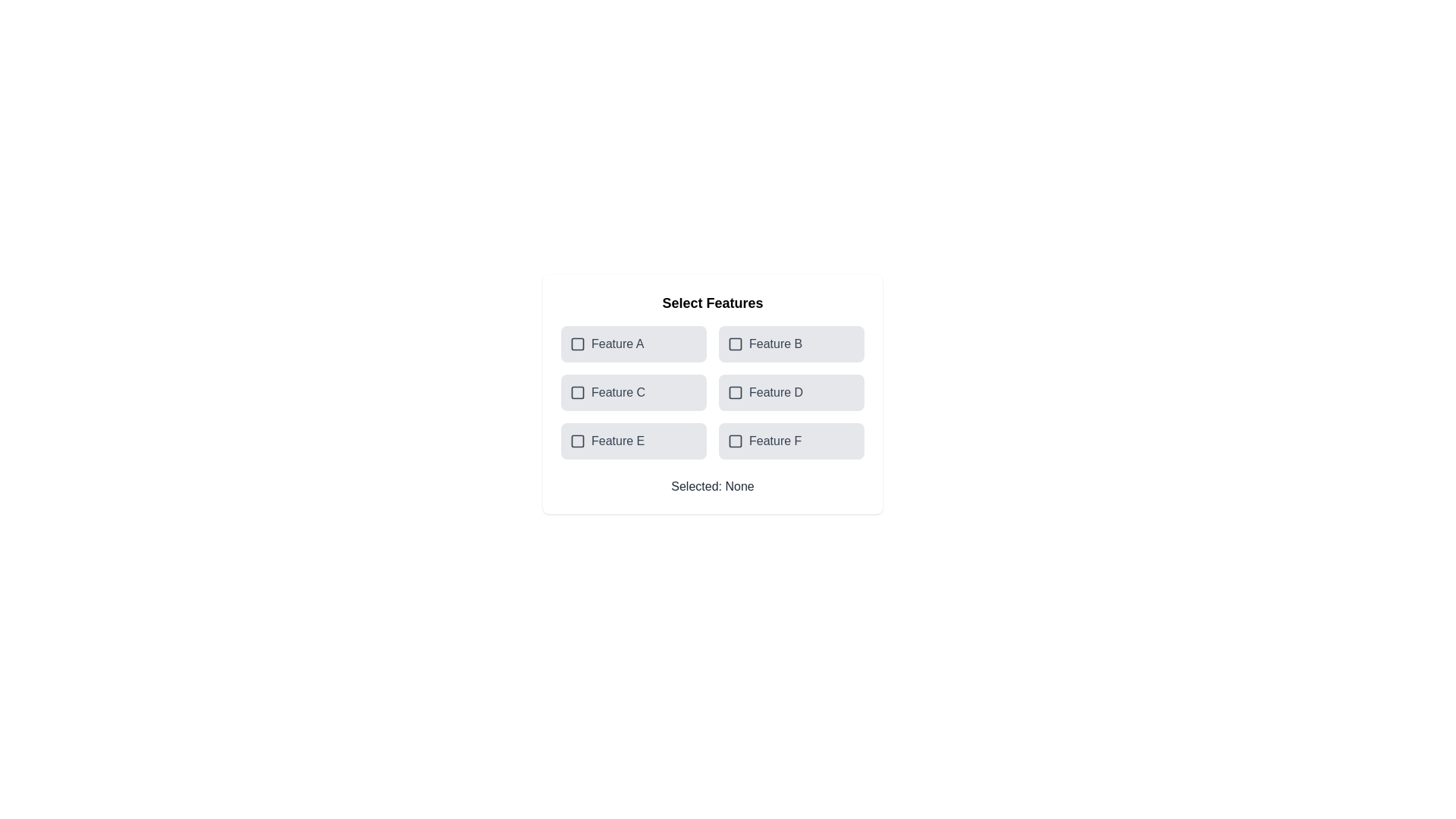 The width and height of the screenshot is (1456, 819). What do you see at coordinates (633, 391) in the screenshot?
I see `the checkbox button labeled 'Feature C'` at bounding box center [633, 391].